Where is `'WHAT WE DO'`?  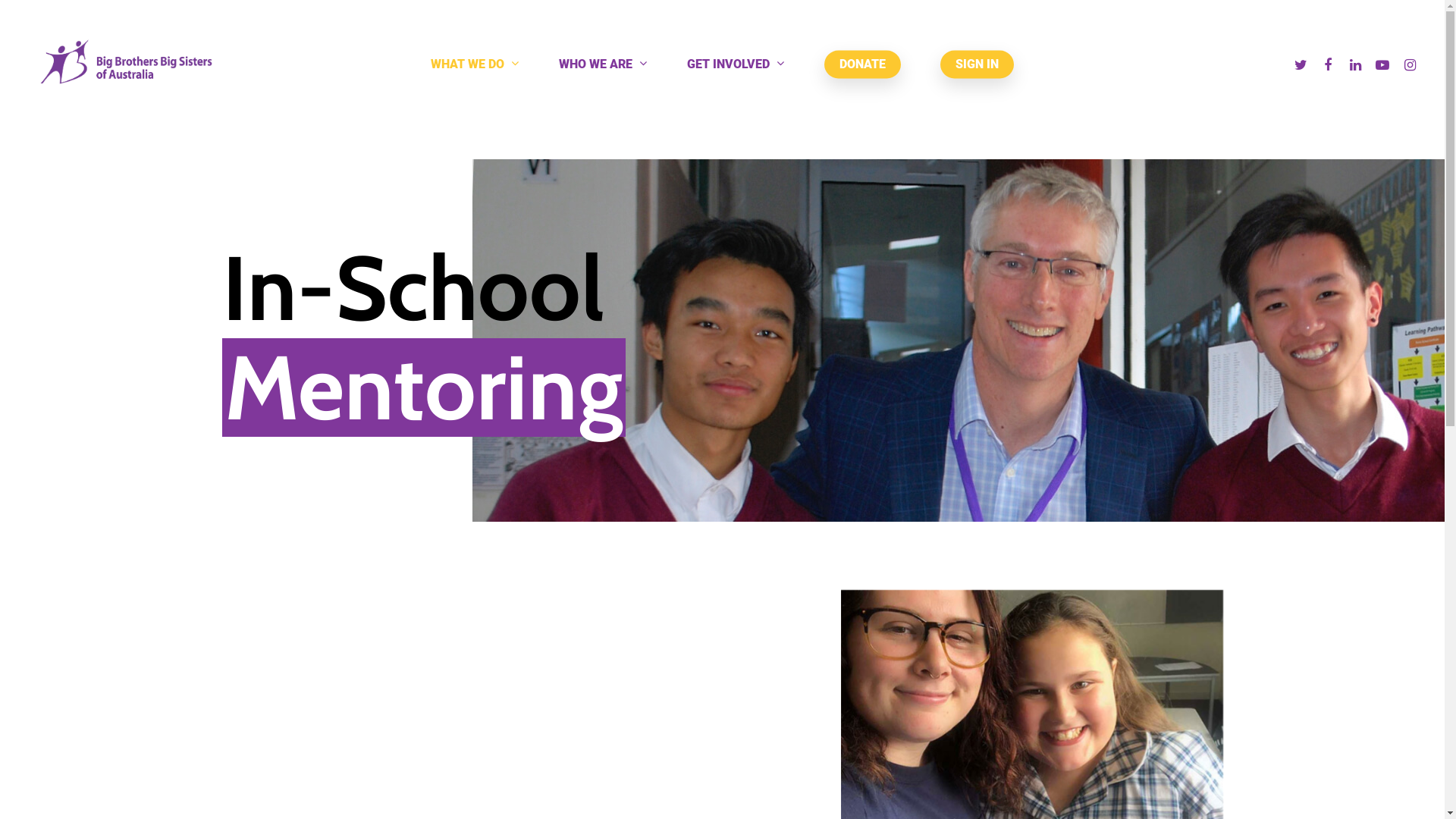
'WHAT WE DO' is located at coordinates (474, 64).